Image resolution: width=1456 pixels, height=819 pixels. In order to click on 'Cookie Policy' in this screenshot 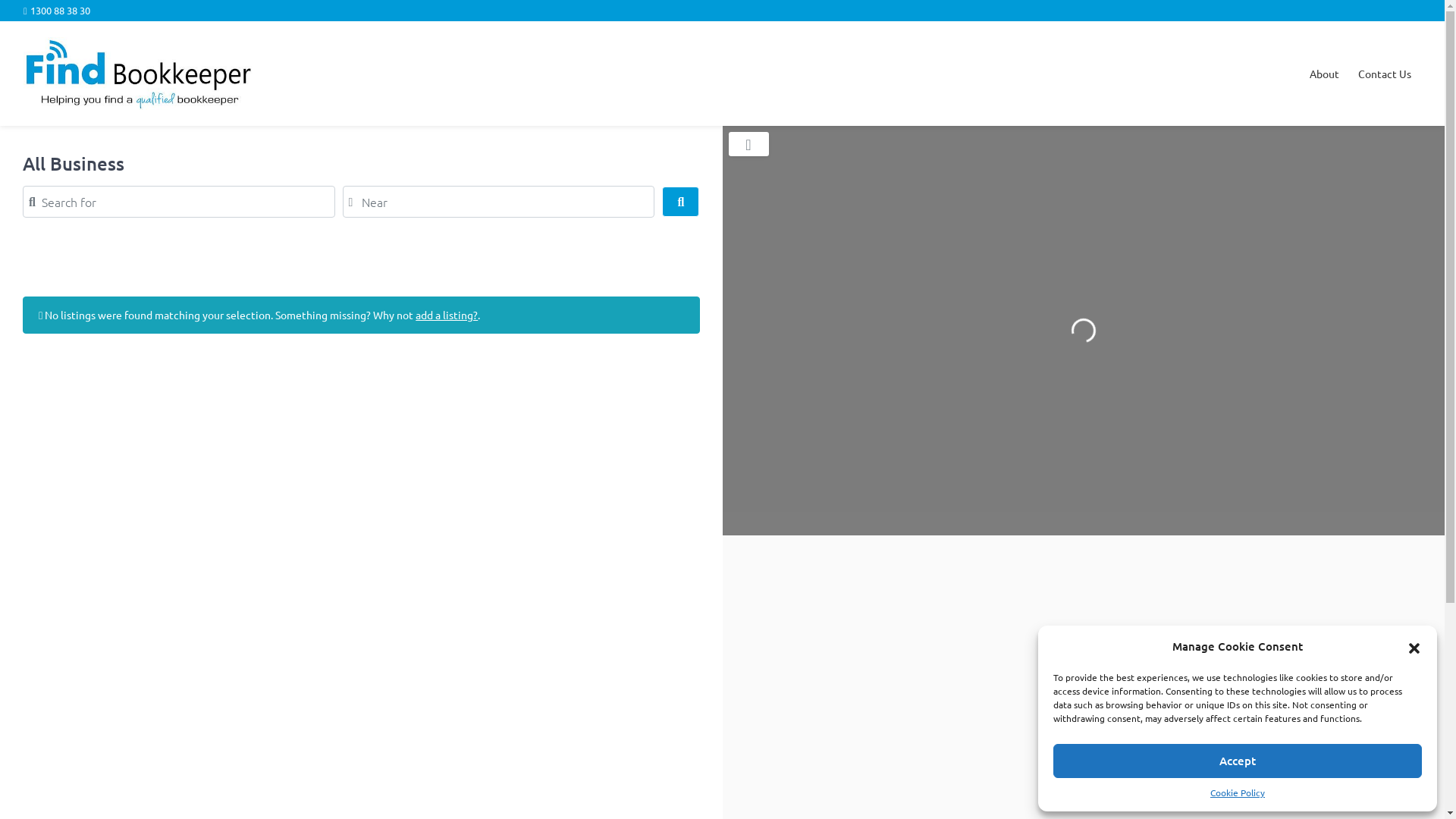, I will do `click(1238, 792)`.